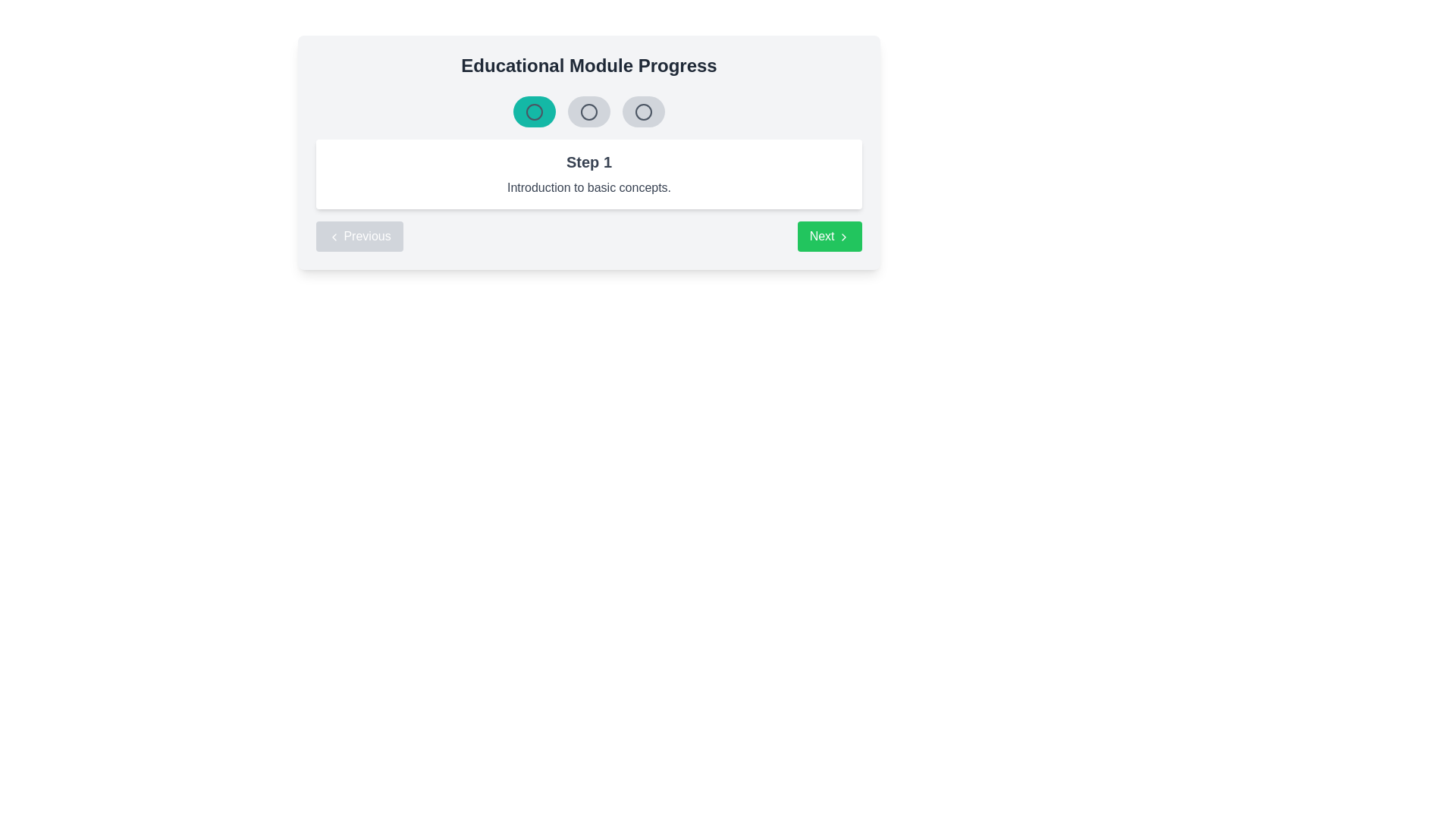 The image size is (1456, 819). I want to click on the third progress indicator button located above 'Step 1' and below 'Educational Module Progress', so click(644, 110).